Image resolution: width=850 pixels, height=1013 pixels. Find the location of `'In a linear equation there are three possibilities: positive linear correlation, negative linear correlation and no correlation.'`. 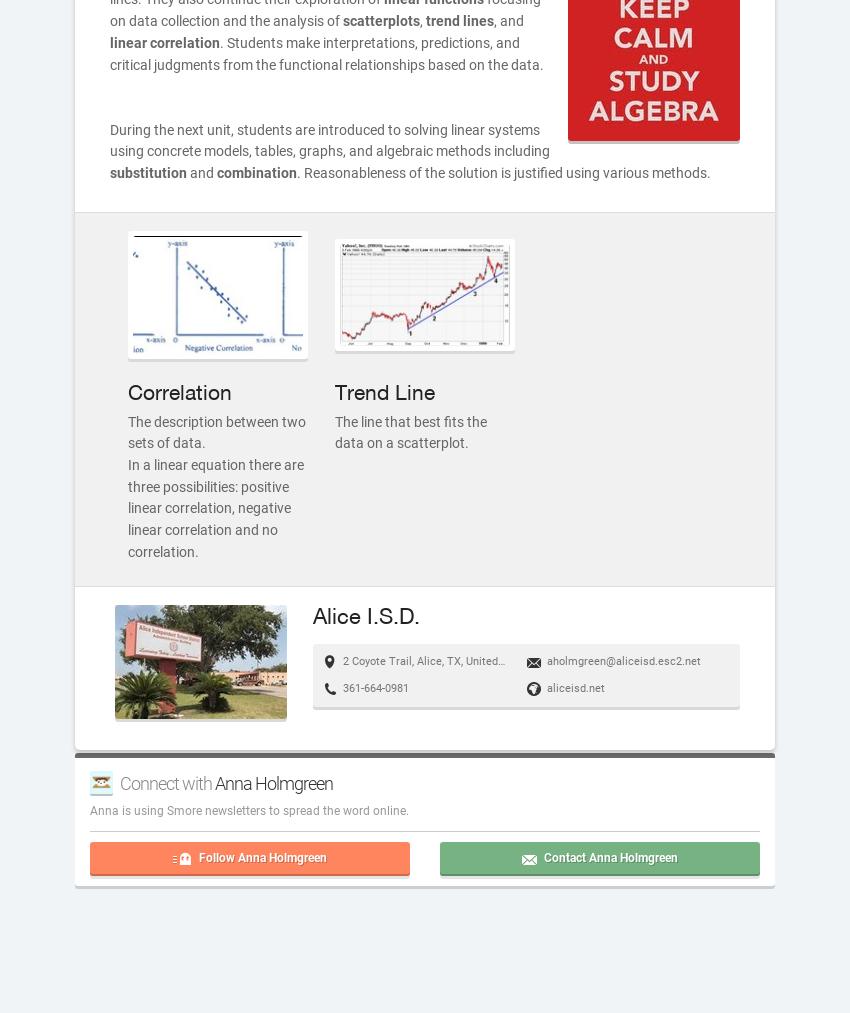

'In a linear equation there are three possibilities: positive linear correlation, negative linear correlation and no correlation.' is located at coordinates (128, 506).